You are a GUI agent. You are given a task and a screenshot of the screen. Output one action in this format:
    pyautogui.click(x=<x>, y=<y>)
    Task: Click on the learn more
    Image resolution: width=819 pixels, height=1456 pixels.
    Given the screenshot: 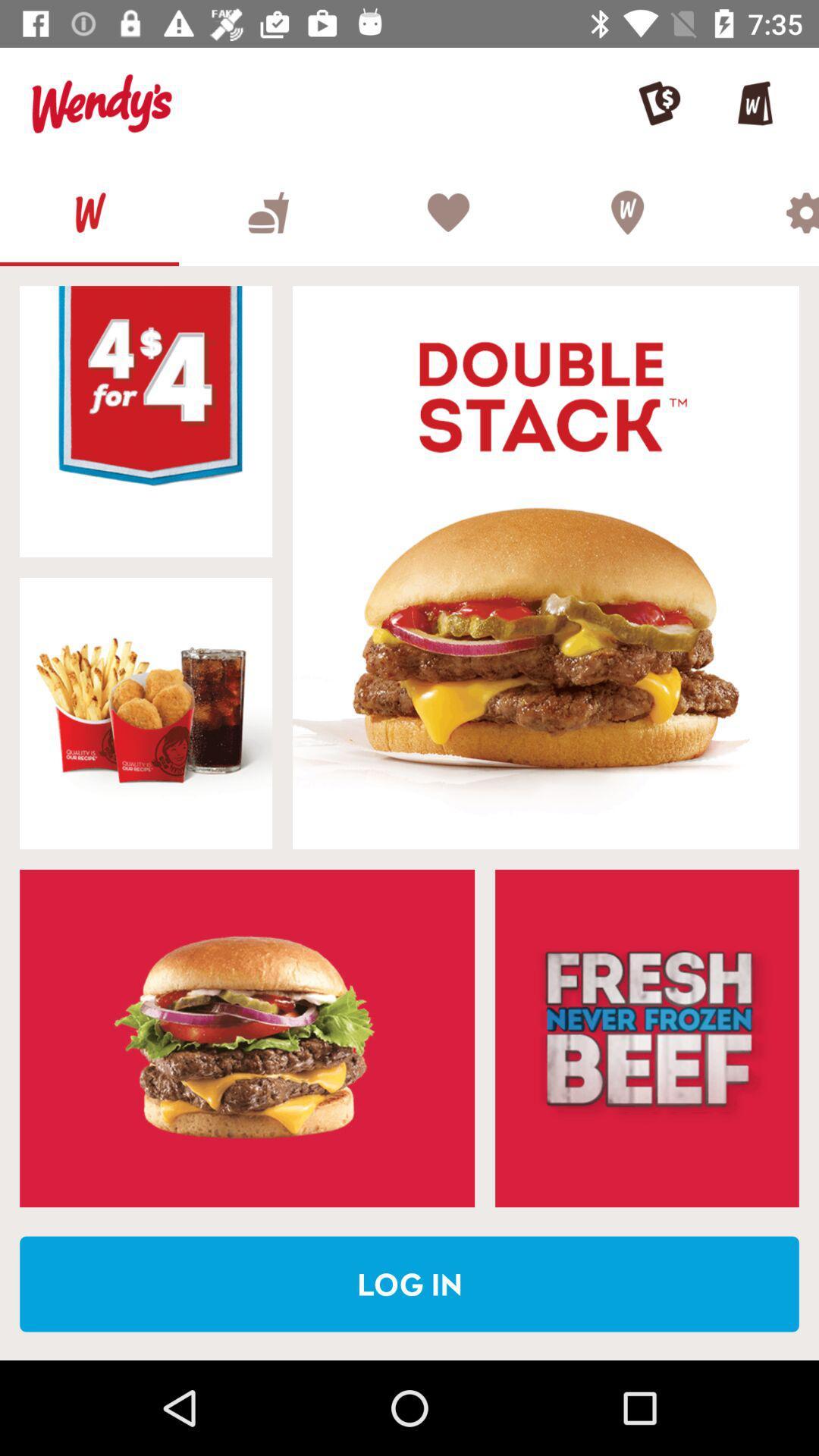 What is the action you would take?
    pyautogui.click(x=647, y=1037)
    